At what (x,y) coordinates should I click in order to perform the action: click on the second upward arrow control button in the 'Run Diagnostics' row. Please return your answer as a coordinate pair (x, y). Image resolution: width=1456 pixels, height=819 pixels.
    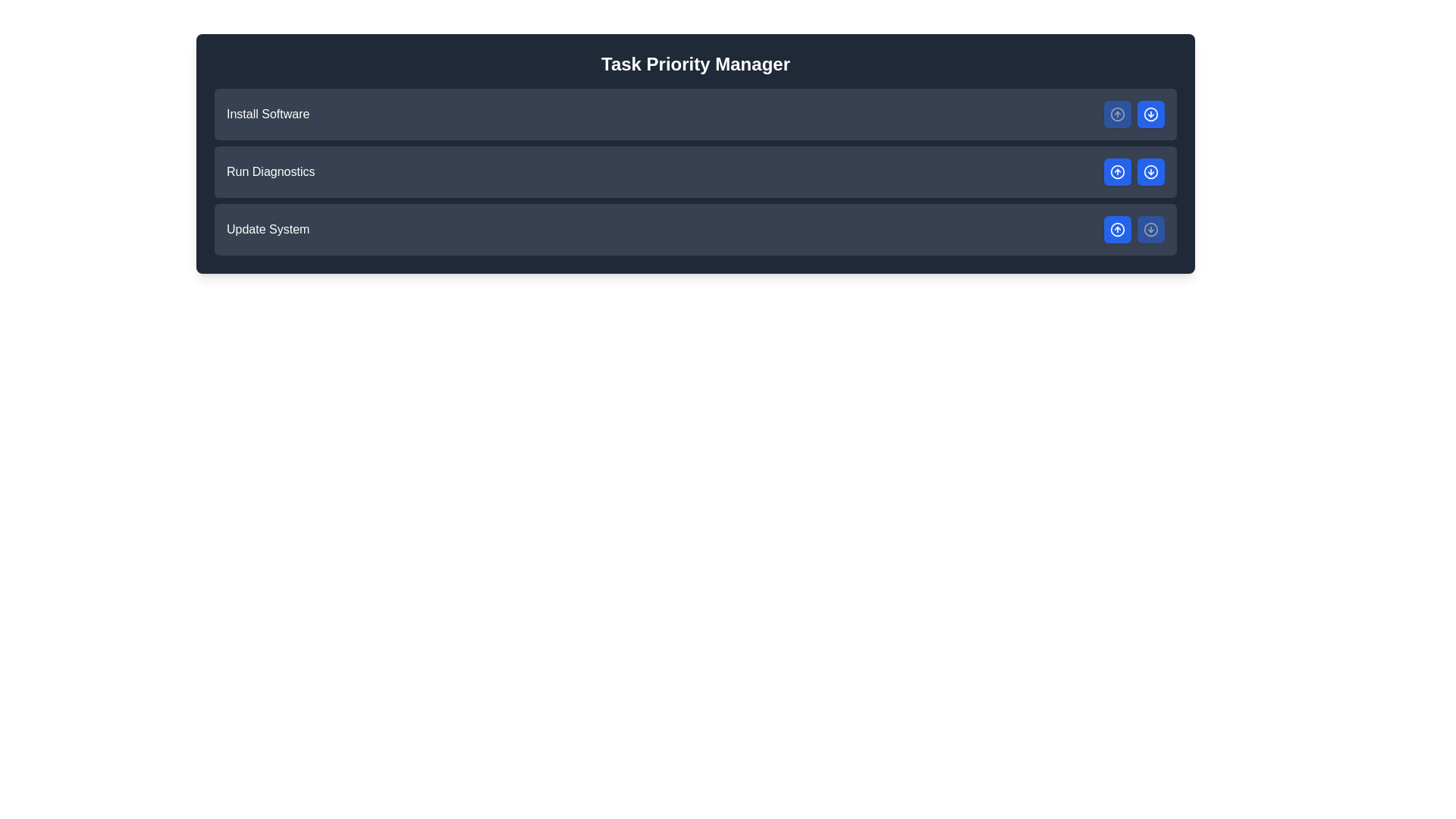
    Looking at the image, I should click on (1117, 171).